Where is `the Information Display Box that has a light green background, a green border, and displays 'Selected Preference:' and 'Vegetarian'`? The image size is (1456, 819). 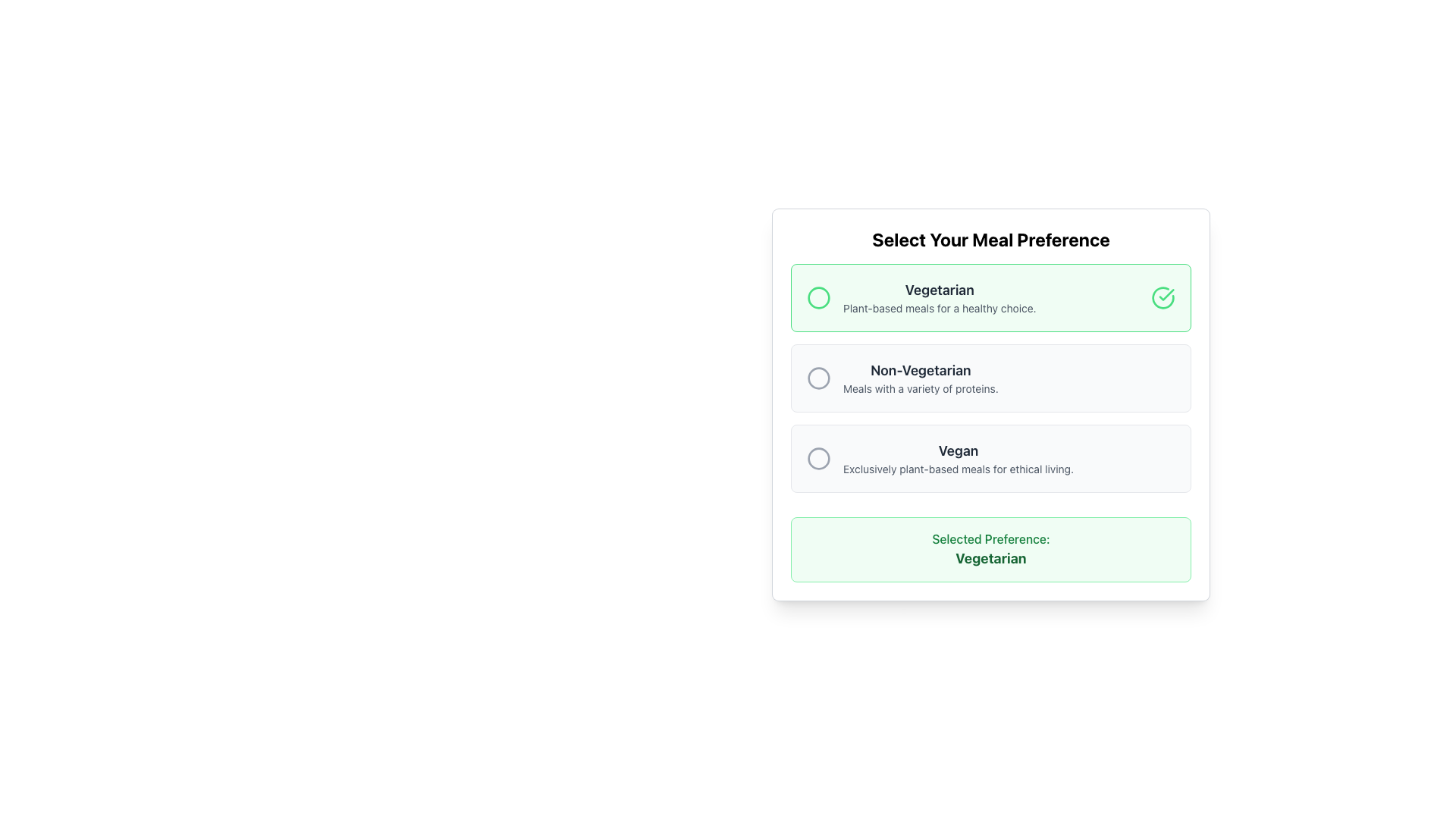 the Information Display Box that has a light green background, a green border, and displays 'Selected Preference:' and 'Vegetarian' is located at coordinates (990, 550).